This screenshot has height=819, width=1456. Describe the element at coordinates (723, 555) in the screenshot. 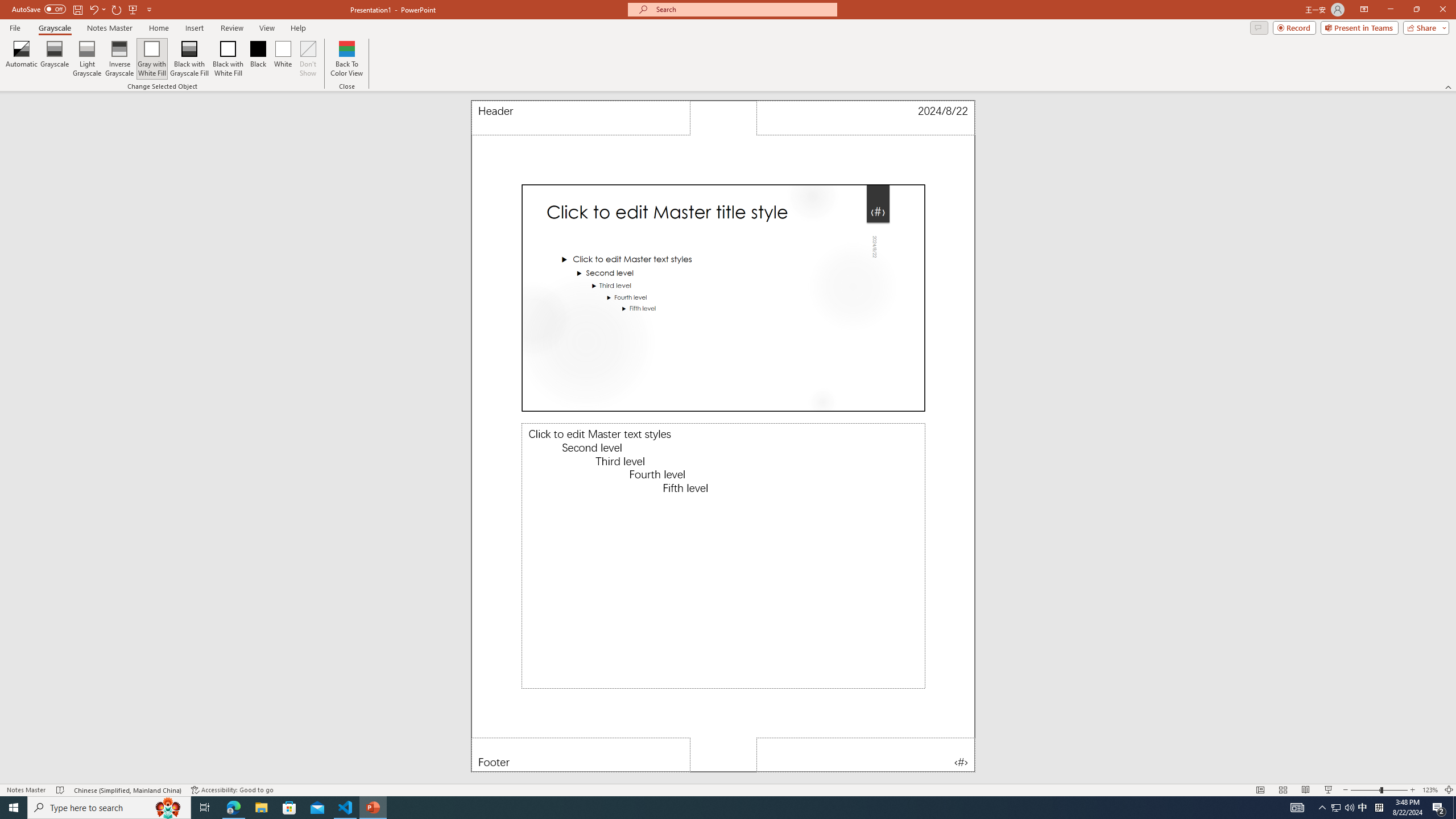

I see `'Slide Notes'` at that location.